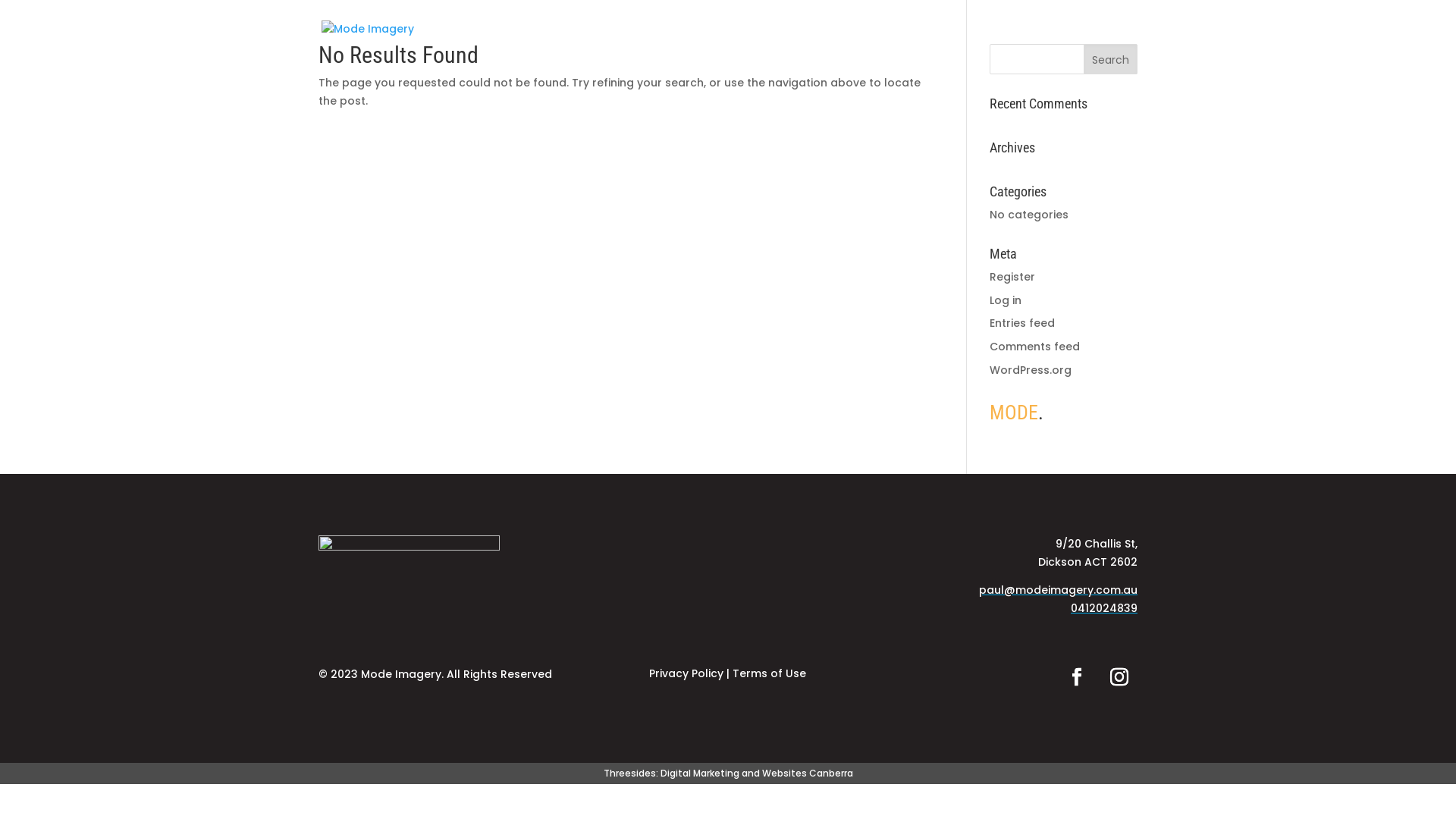 The image size is (1456, 819). What do you see at coordinates (990, 346) in the screenshot?
I see `'Comments feed'` at bounding box center [990, 346].